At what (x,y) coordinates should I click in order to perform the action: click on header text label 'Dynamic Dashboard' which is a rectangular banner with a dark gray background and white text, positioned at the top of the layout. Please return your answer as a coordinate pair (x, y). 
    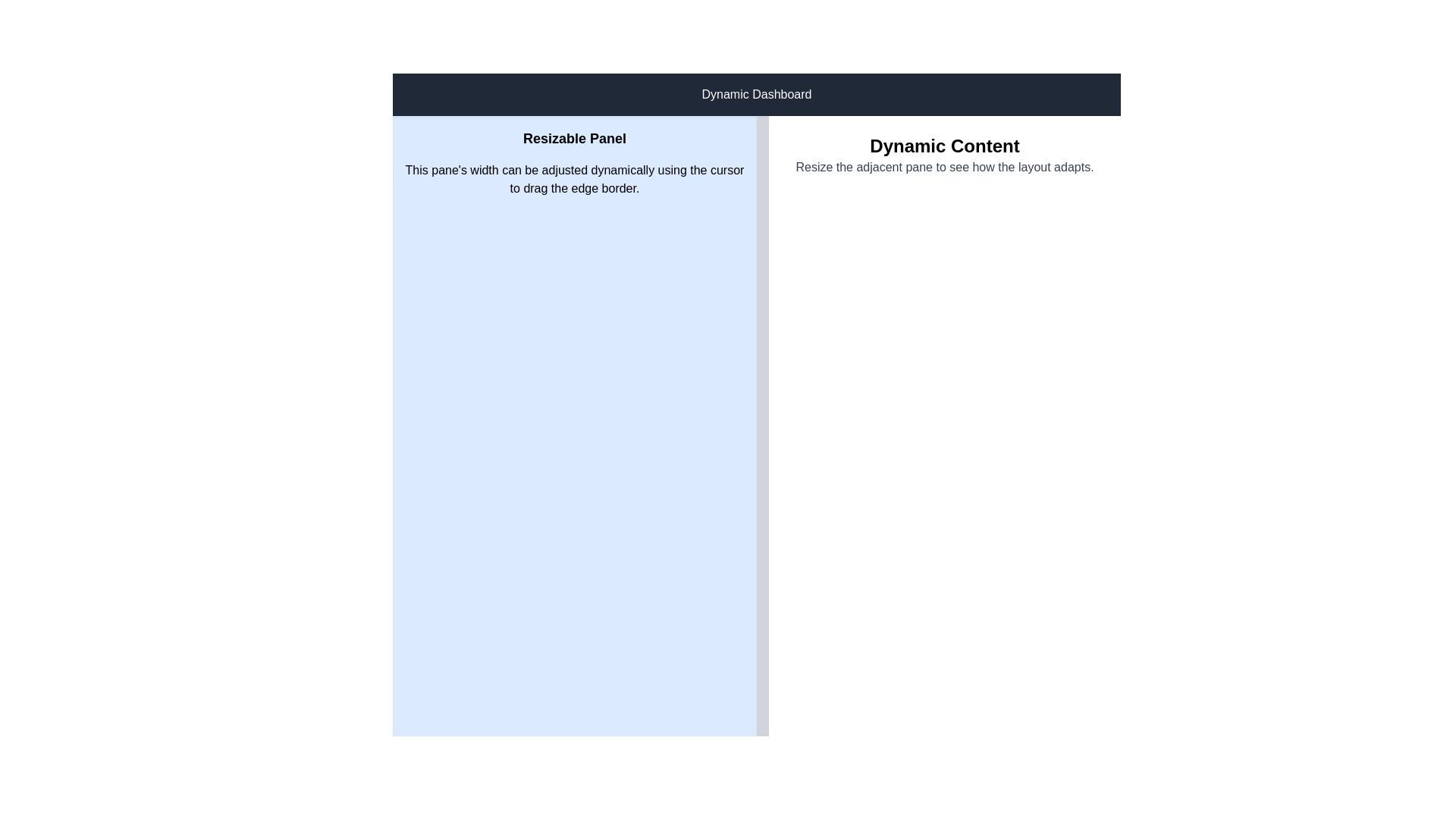
    Looking at the image, I should click on (757, 94).